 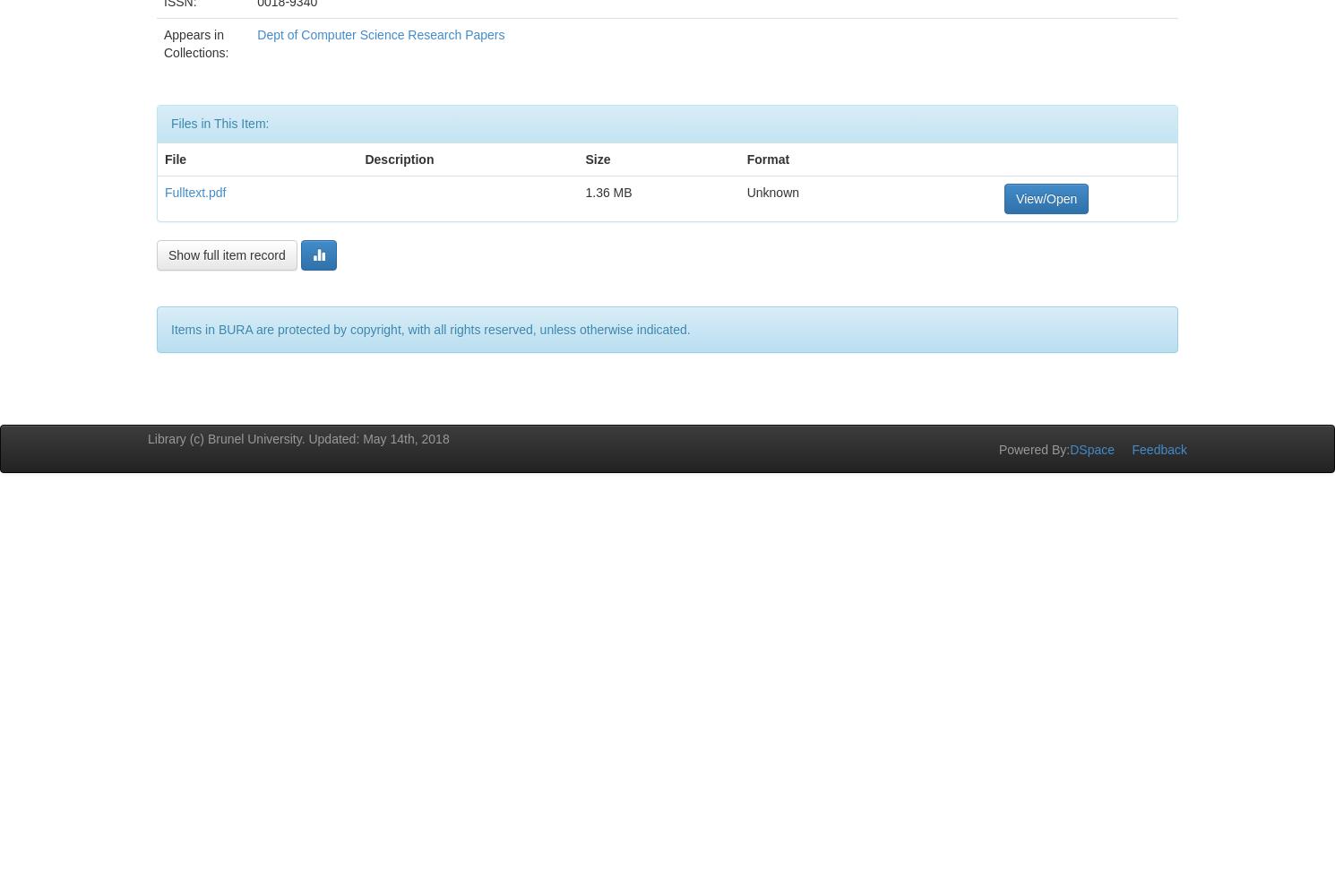 I want to click on 'DSpace', so click(x=1091, y=449).